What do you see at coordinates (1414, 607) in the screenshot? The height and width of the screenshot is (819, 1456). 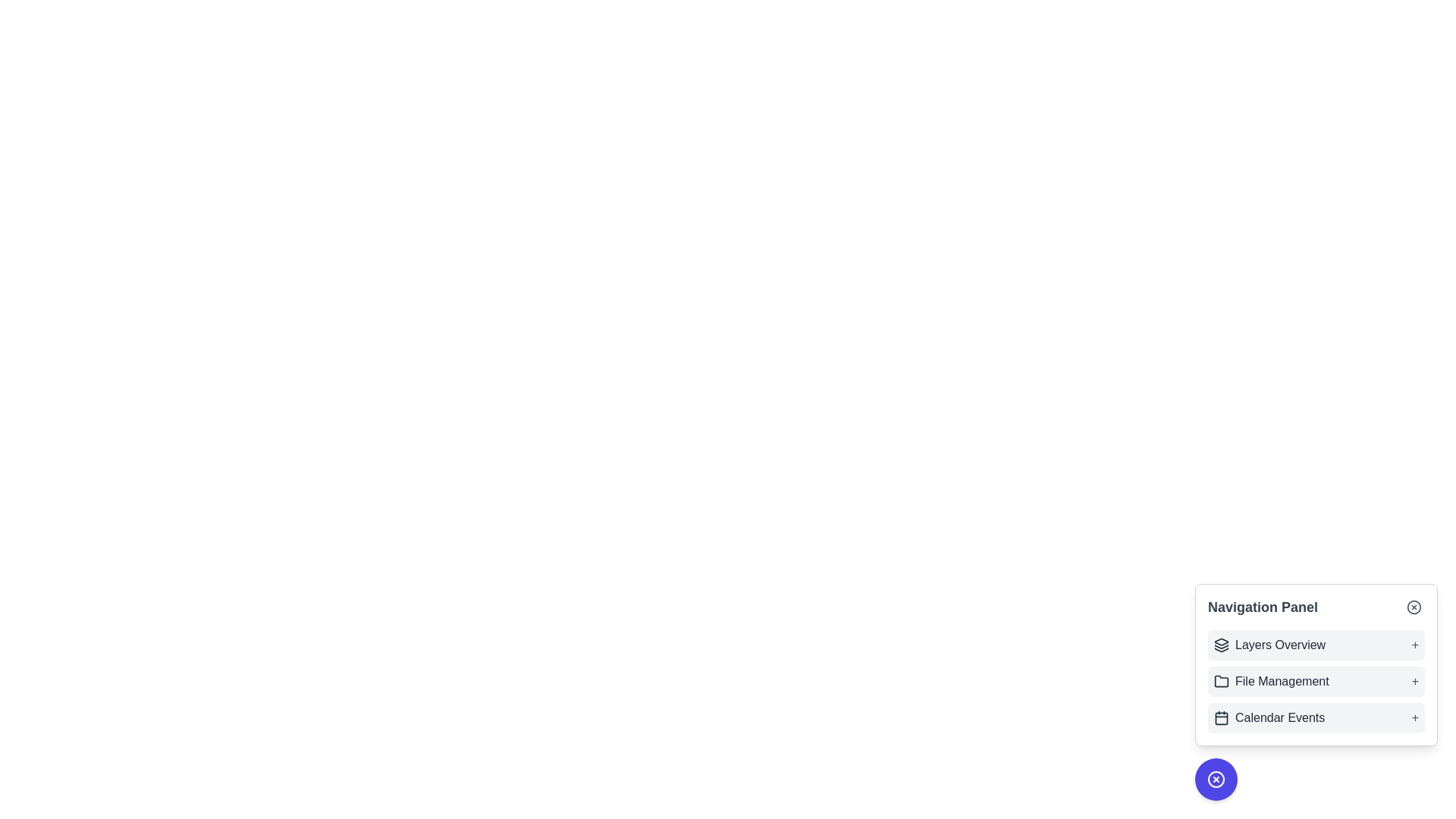 I see `the close button located at the upper-right corner of the 'Navigation Panel'` at bounding box center [1414, 607].